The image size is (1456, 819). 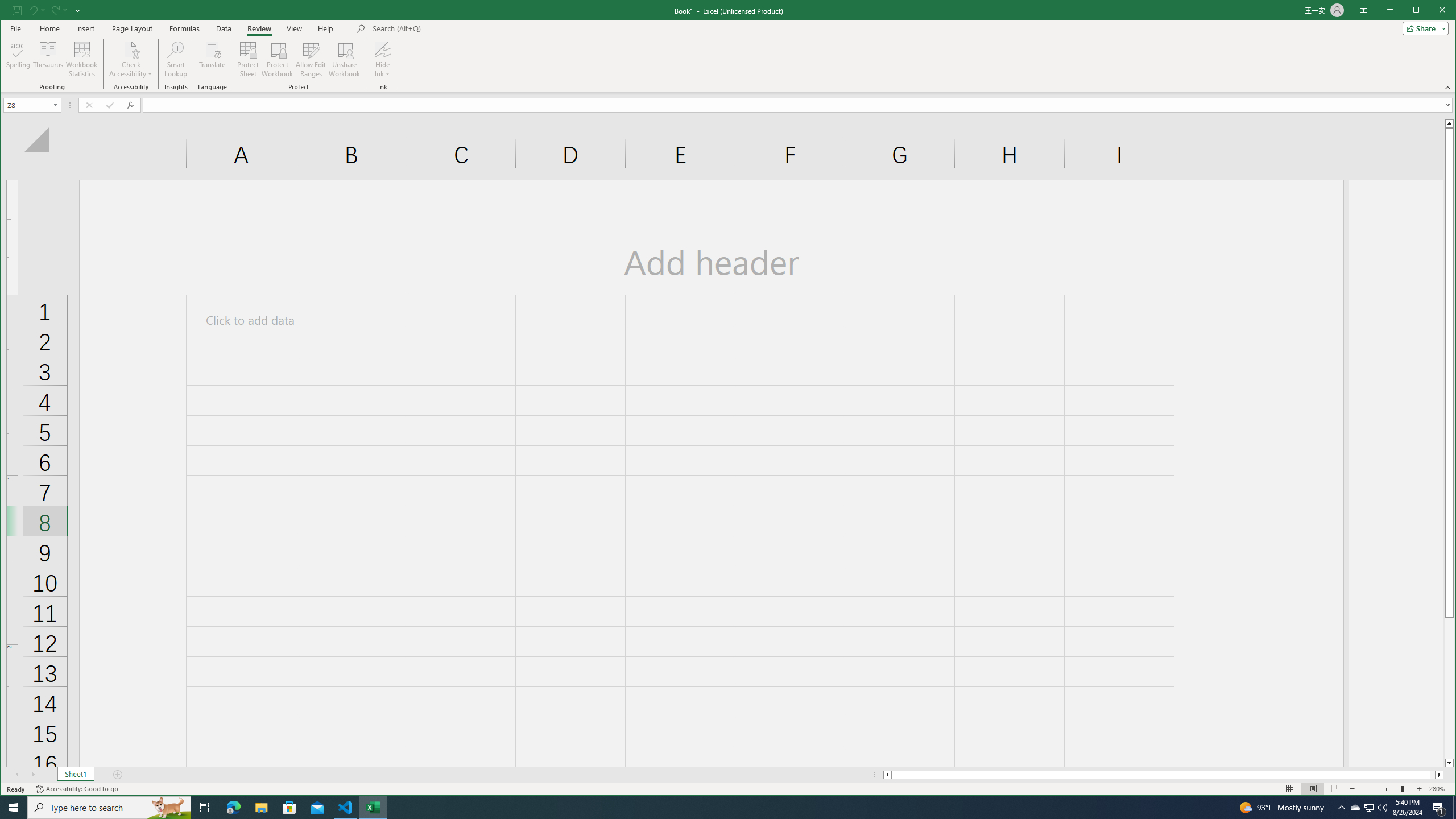 What do you see at coordinates (118, 775) in the screenshot?
I see `'Add Sheet'` at bounding box center [118, 775].